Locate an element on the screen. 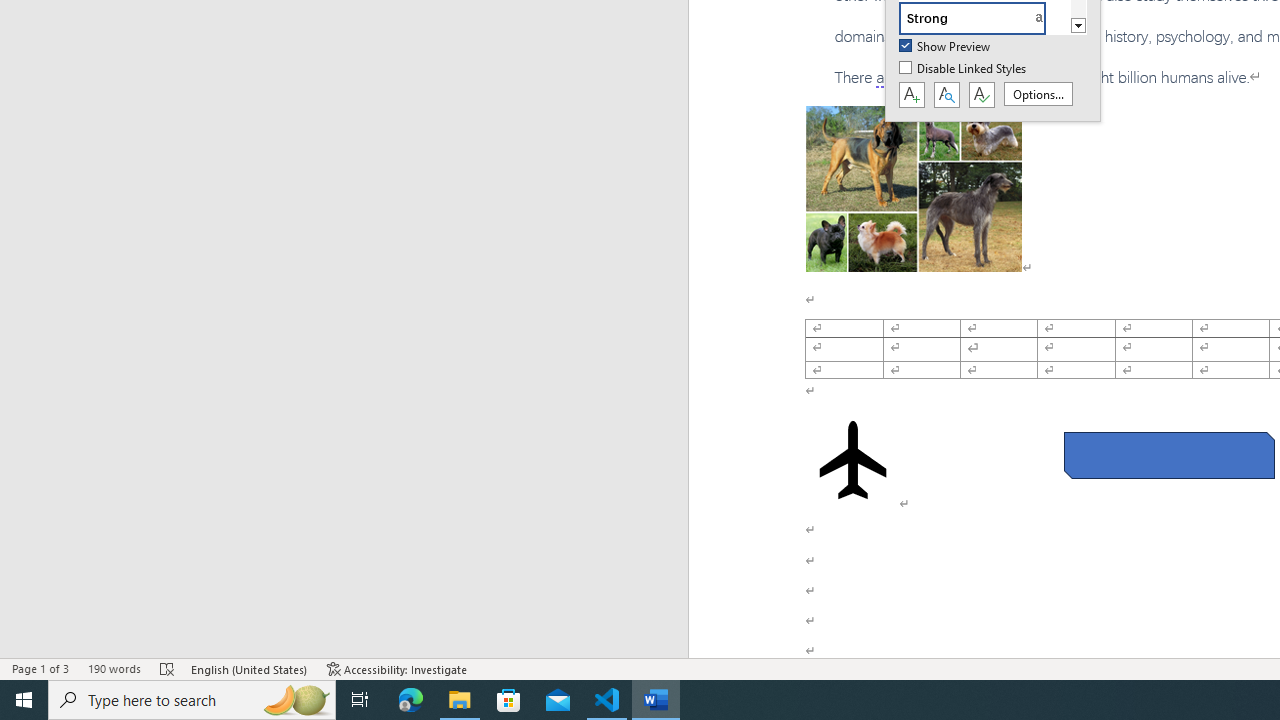 This screenshot has height=720, width=1280. 'Class: NetUIButton' is located at coordinates (981, 95).